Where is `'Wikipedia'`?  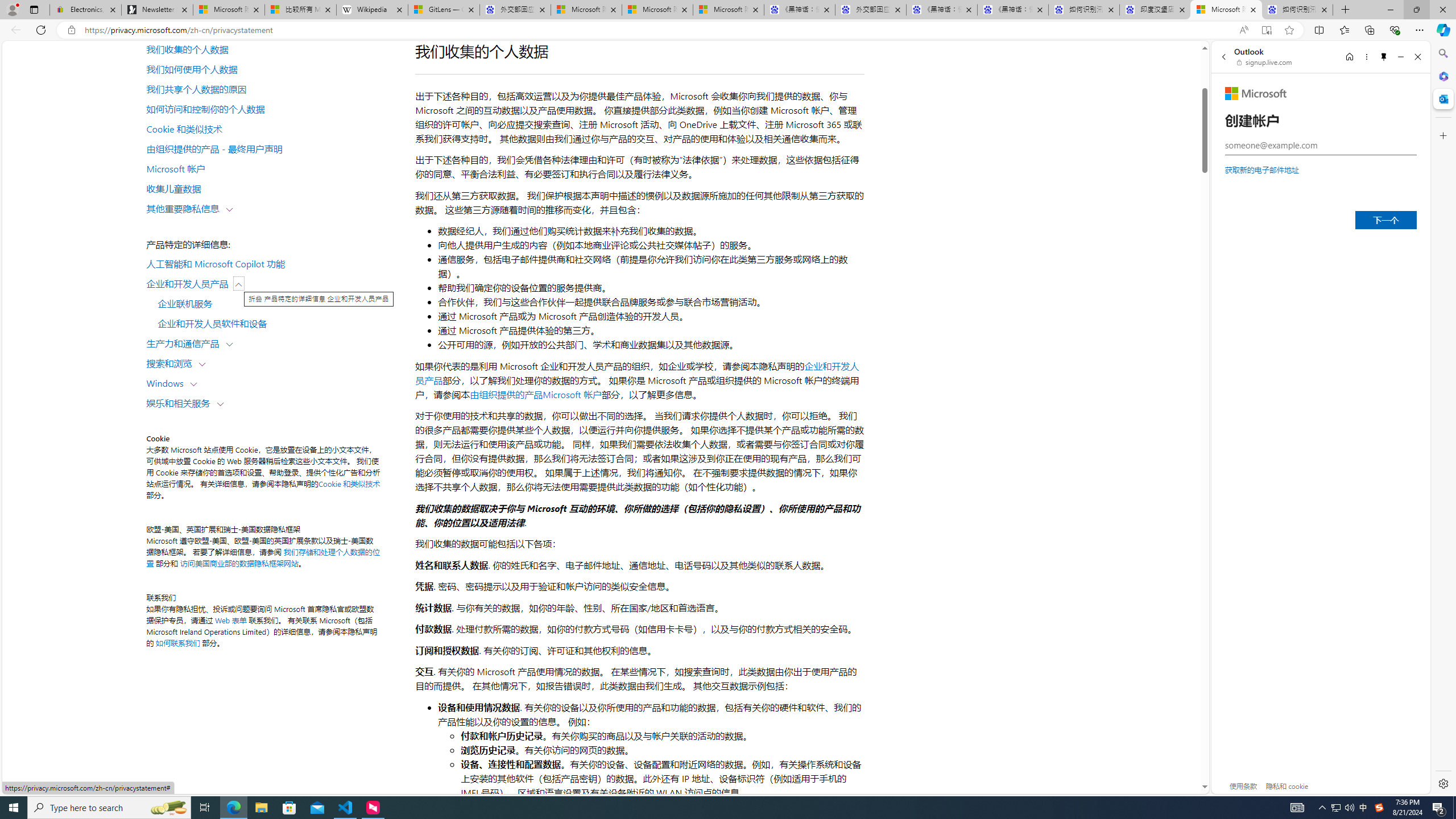
'Wikipedia' is located at coordinates (373, 9).